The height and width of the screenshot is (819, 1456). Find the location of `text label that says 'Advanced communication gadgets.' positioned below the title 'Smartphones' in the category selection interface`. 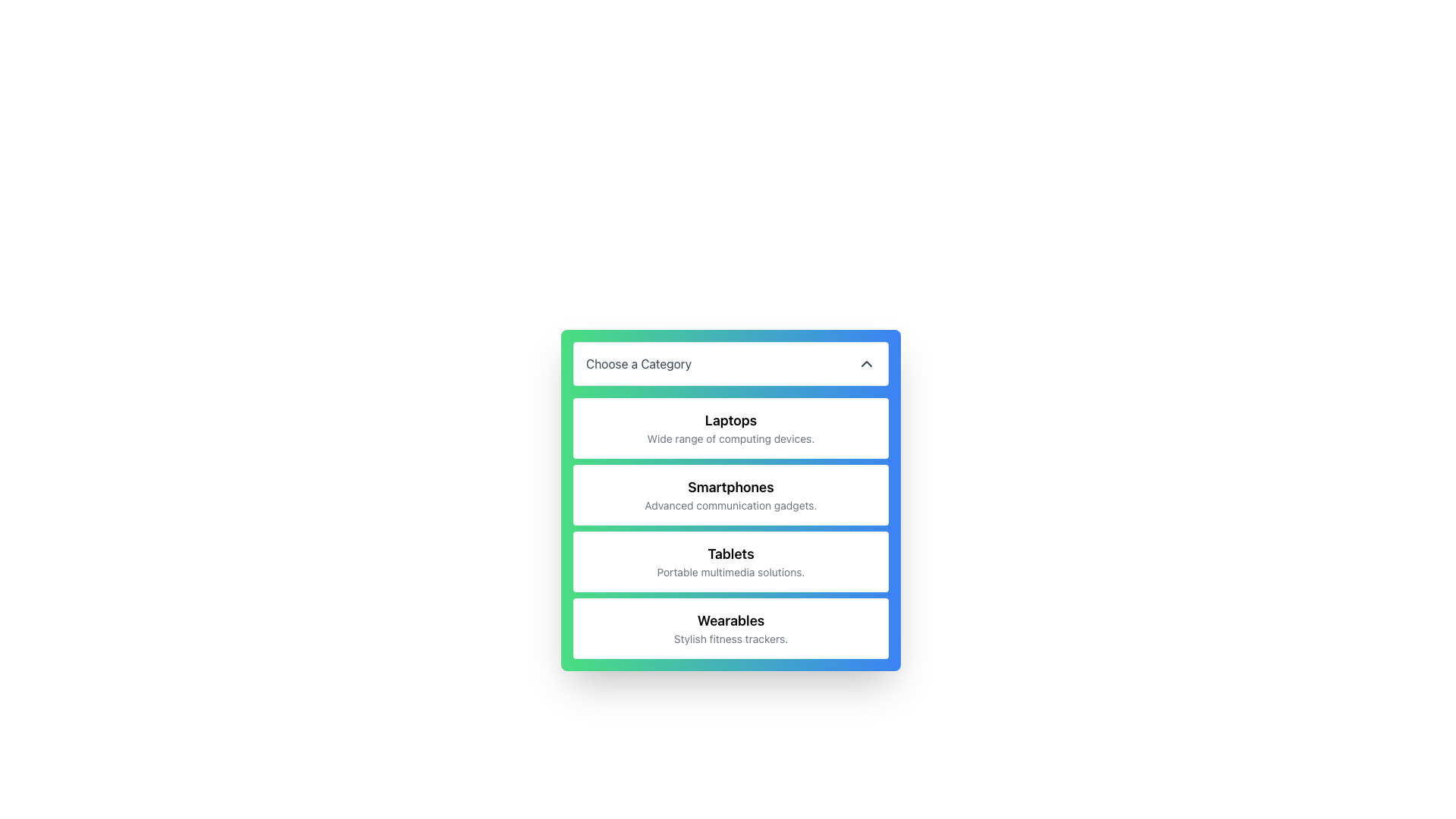

text label that says 'Advanced communication gadgets.' positioned below the title 'Smartphones' in the category selection interface is located at coordinates (731, 506).